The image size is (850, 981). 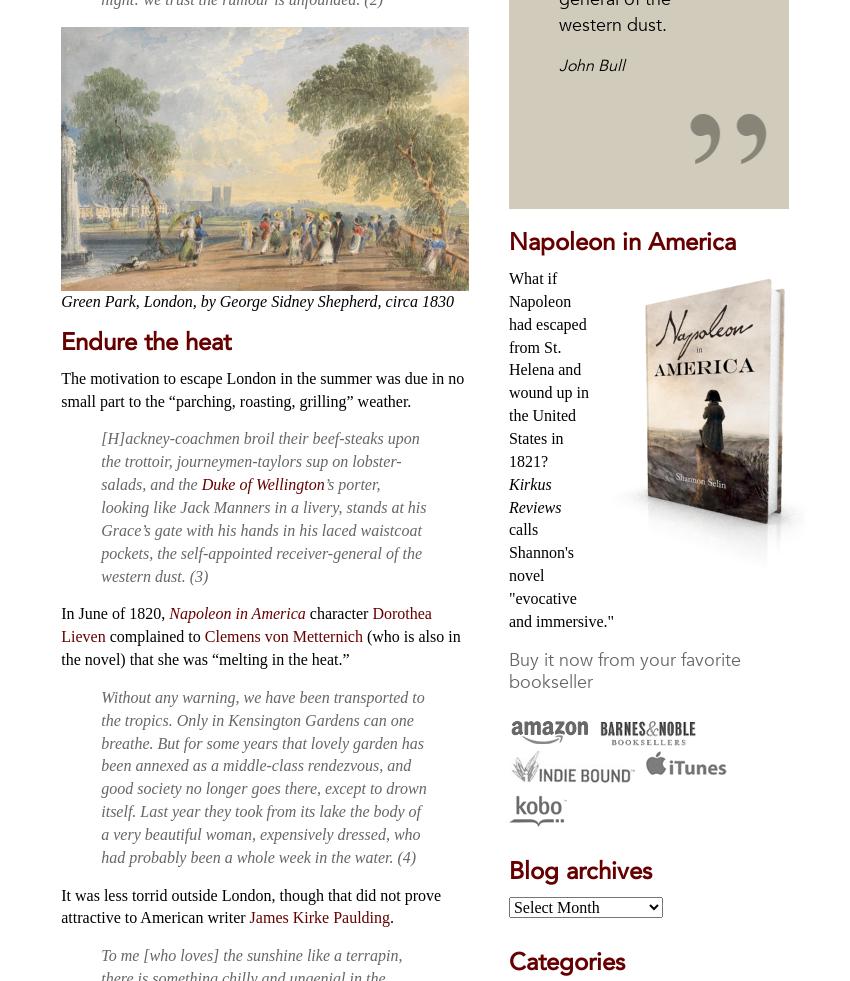 I want to click on '’s porter, looking like Jack Manners in a livery, stands at his Grace’s gate with his hands in his laced waistcoat pockets, the self-appointed receiver-general of the western dust. (3)', so click(x=99, y=530).